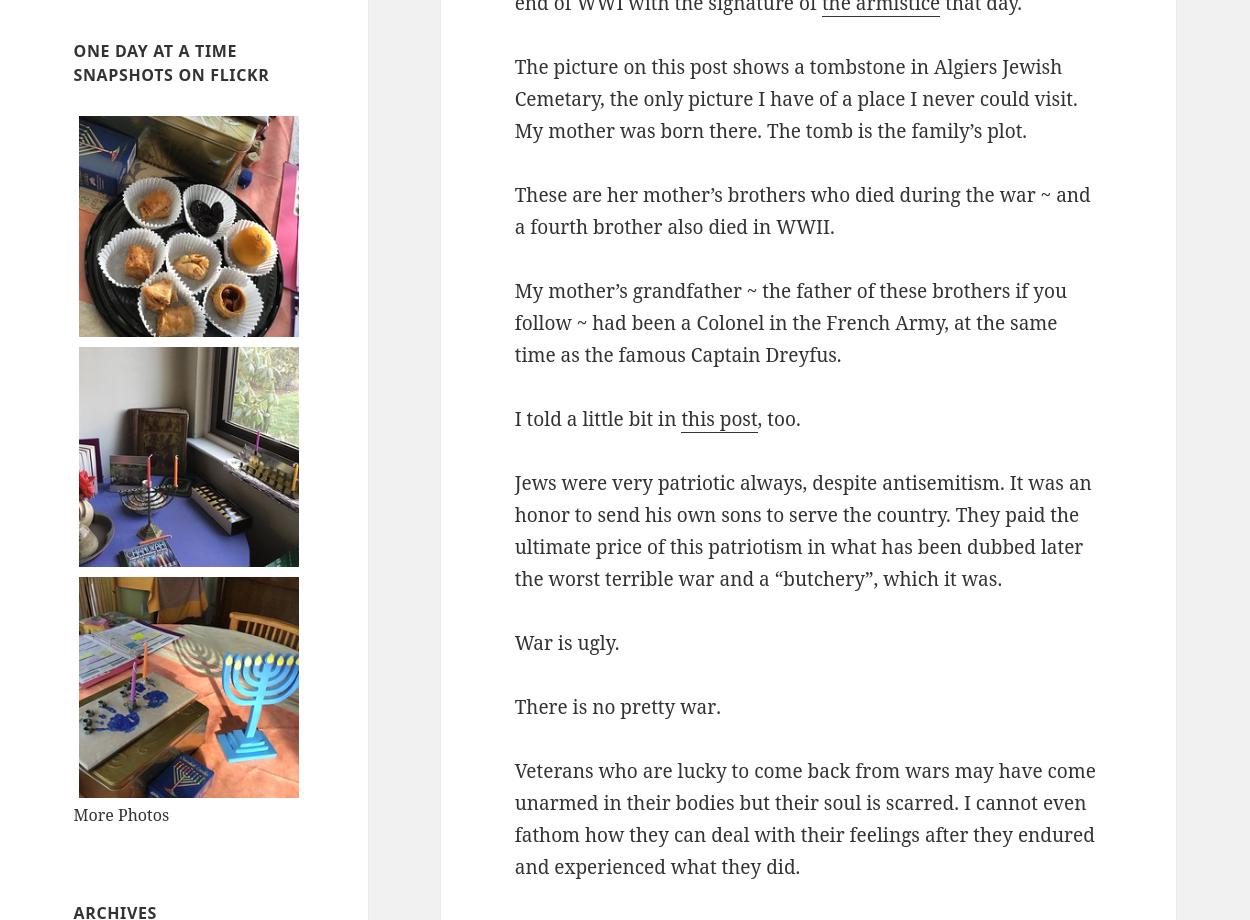 This screenshot has width=1250, height=920. I want to click on 'My mother’s grandfather ~ the father of these brothers if you follow ~ had been a Colonel in the French Army, at the same time as the famous Captain Dreyfus.', so click(790, 322).